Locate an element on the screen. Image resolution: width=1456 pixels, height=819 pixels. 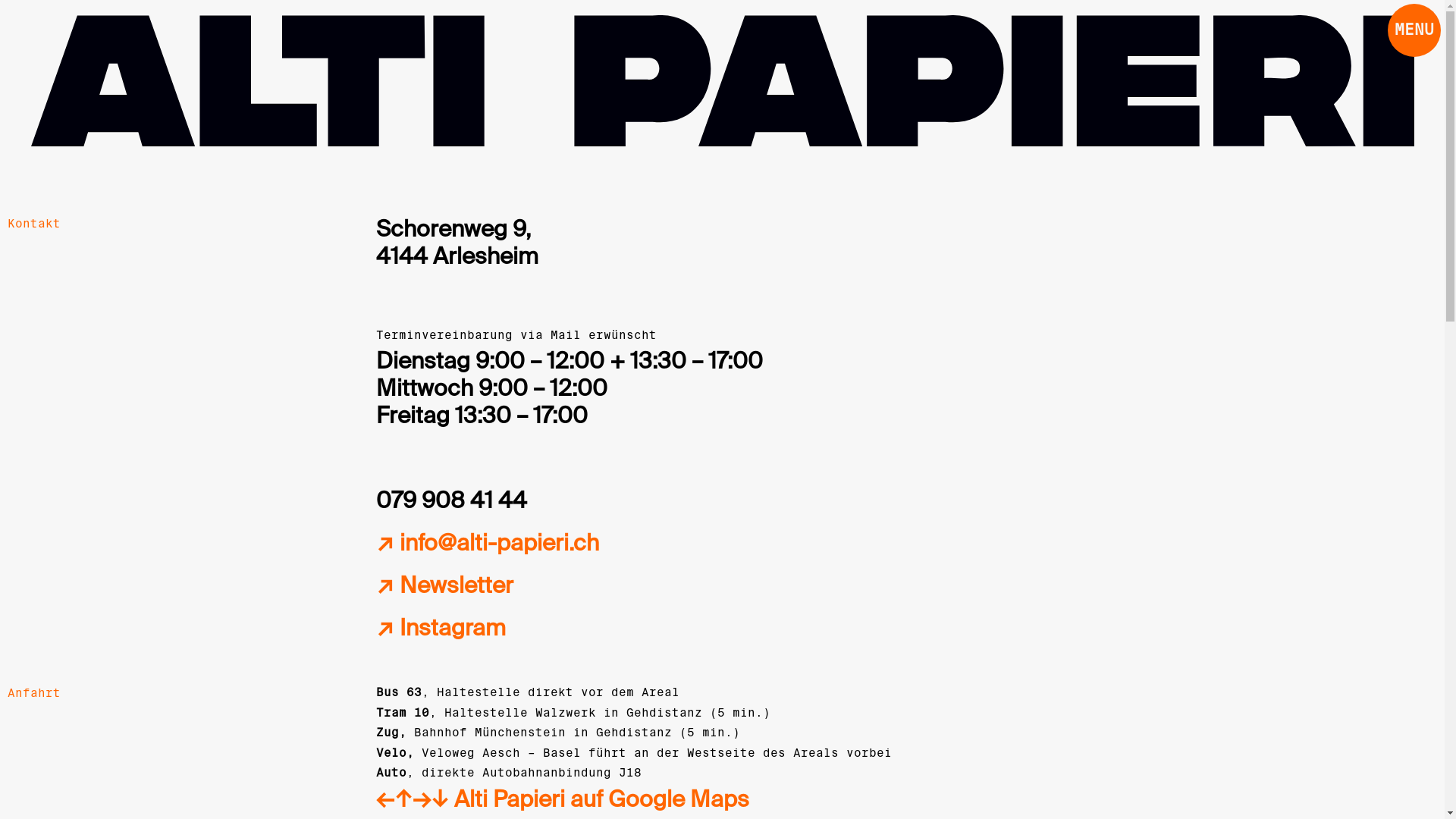
'MENU' is located at coordinates (1414, 29).